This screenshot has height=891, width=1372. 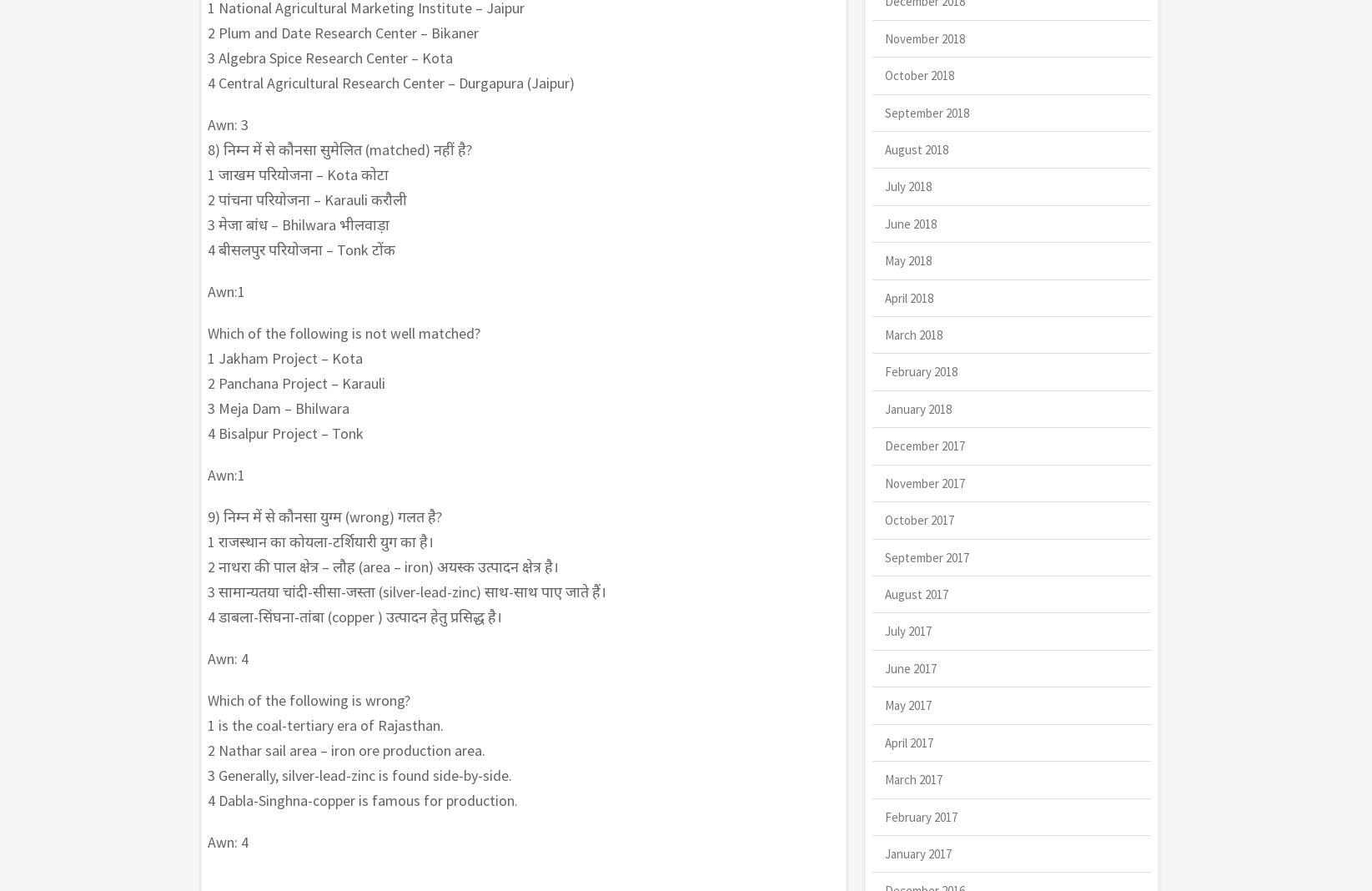 I want to click on 'August 2017', so click(x=915, y=594).